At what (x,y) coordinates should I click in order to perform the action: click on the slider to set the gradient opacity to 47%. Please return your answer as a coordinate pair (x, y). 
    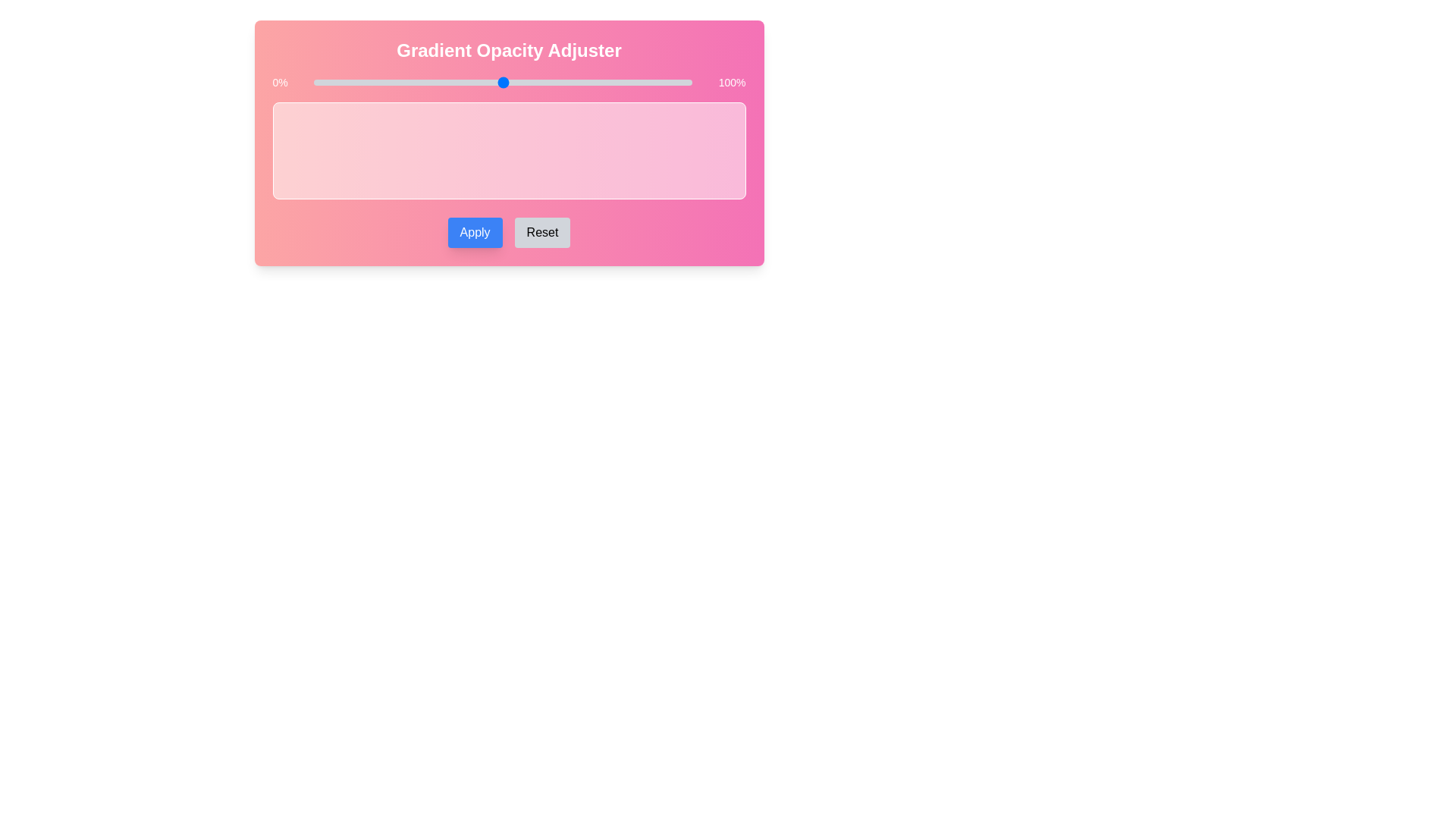
    Looking at the image, I should click on (491, 82).